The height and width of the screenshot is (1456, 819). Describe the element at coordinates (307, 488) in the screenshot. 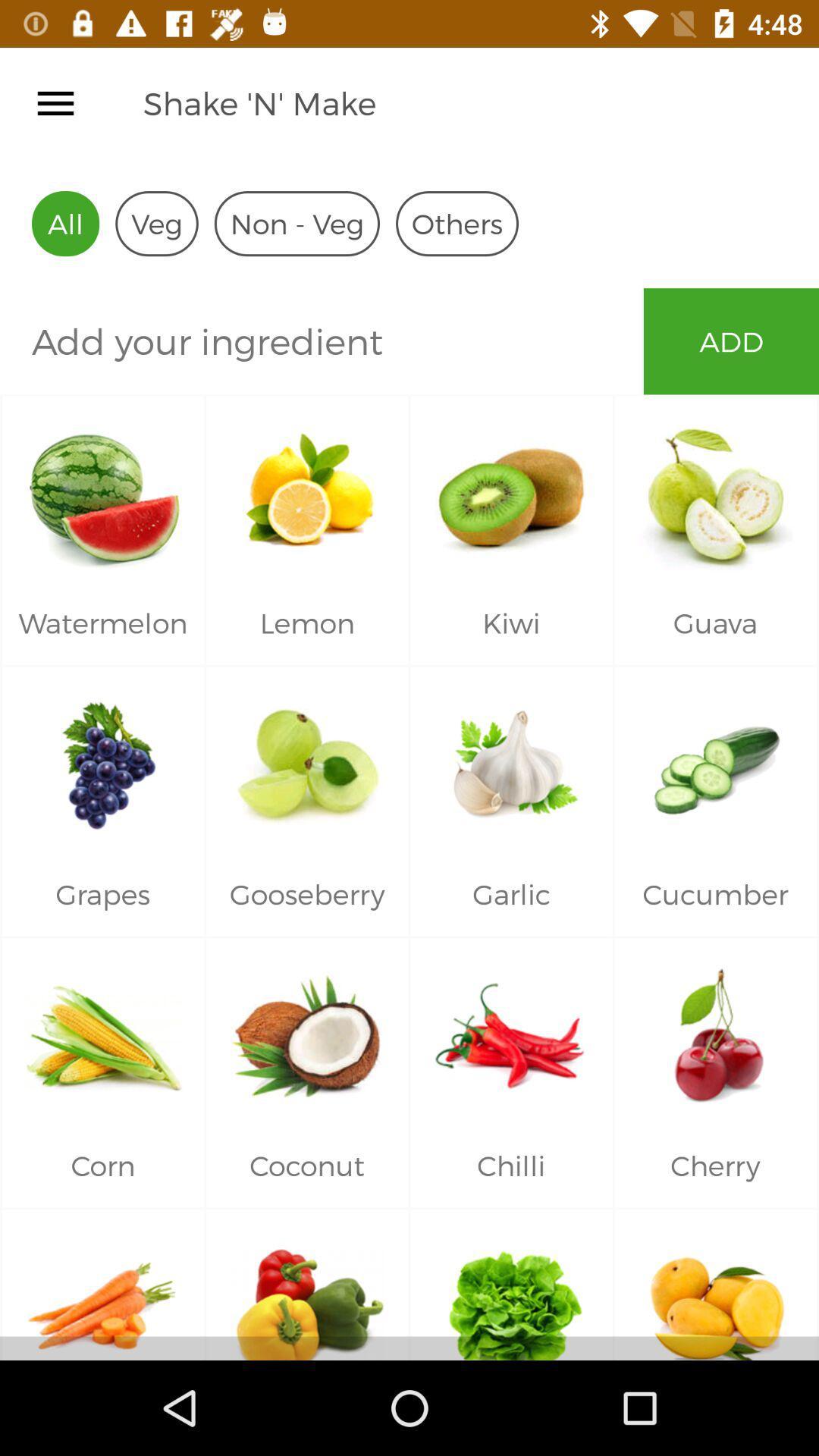

I see `the image above the lemon` at that location.